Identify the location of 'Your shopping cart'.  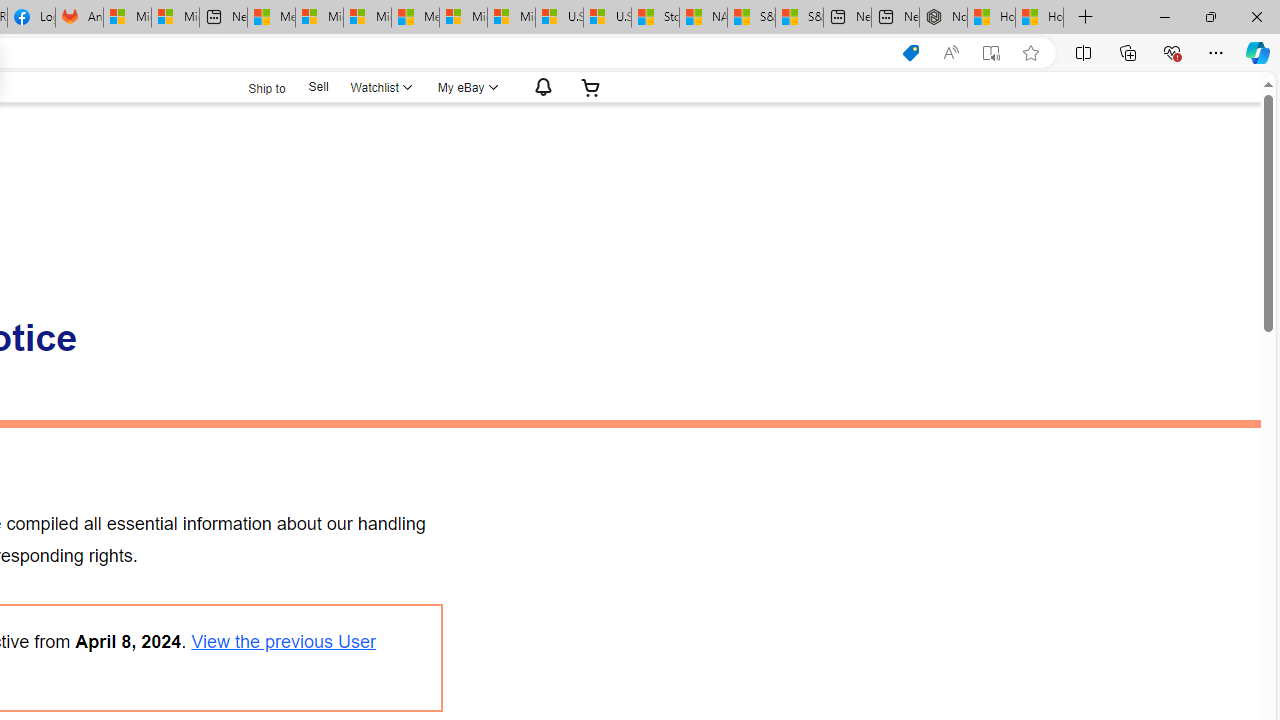
(590, 86).